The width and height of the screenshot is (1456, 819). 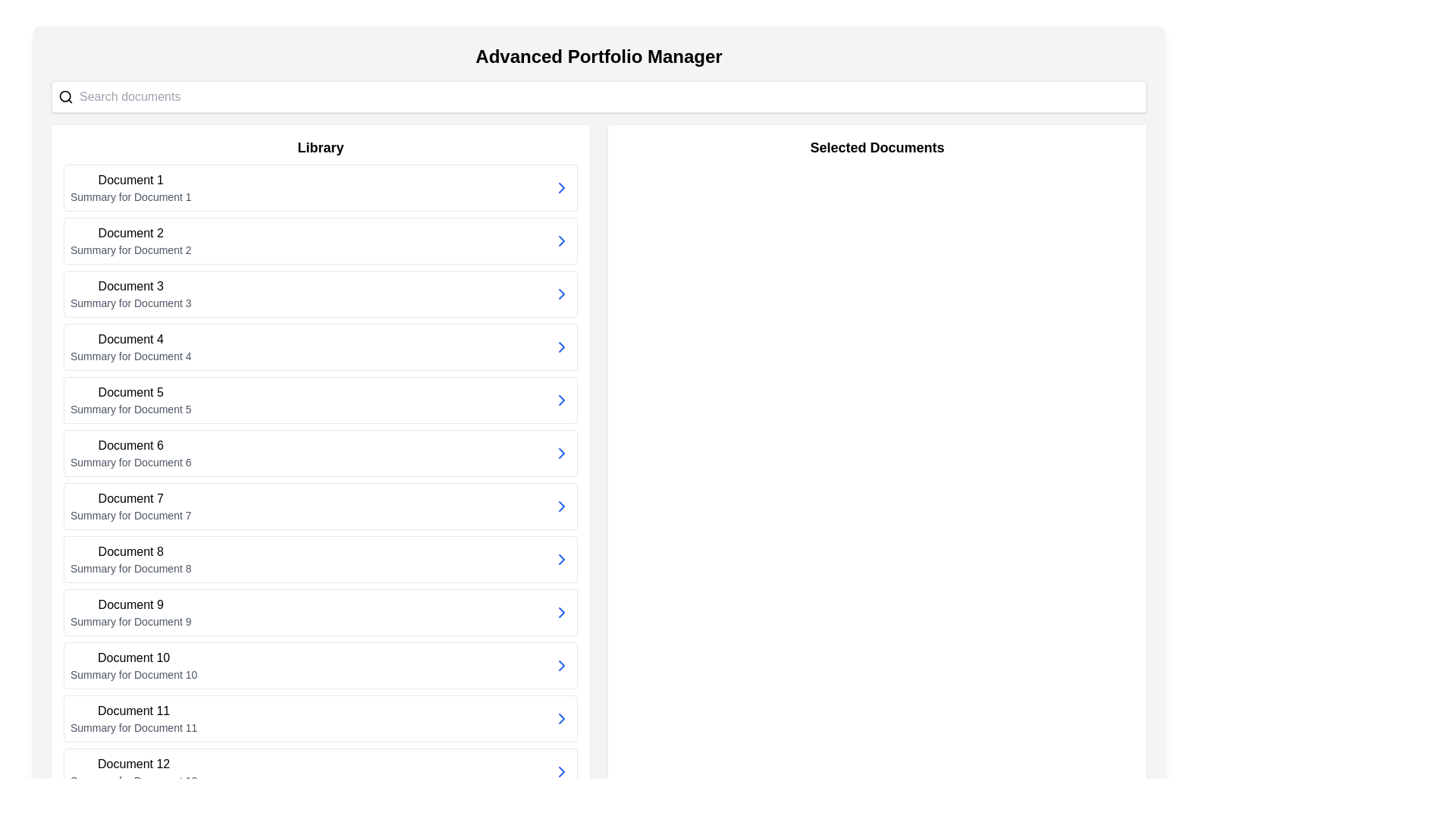 I want to click on the list item titled 'Document 12' in the Library section, so click(x=133, y=772).